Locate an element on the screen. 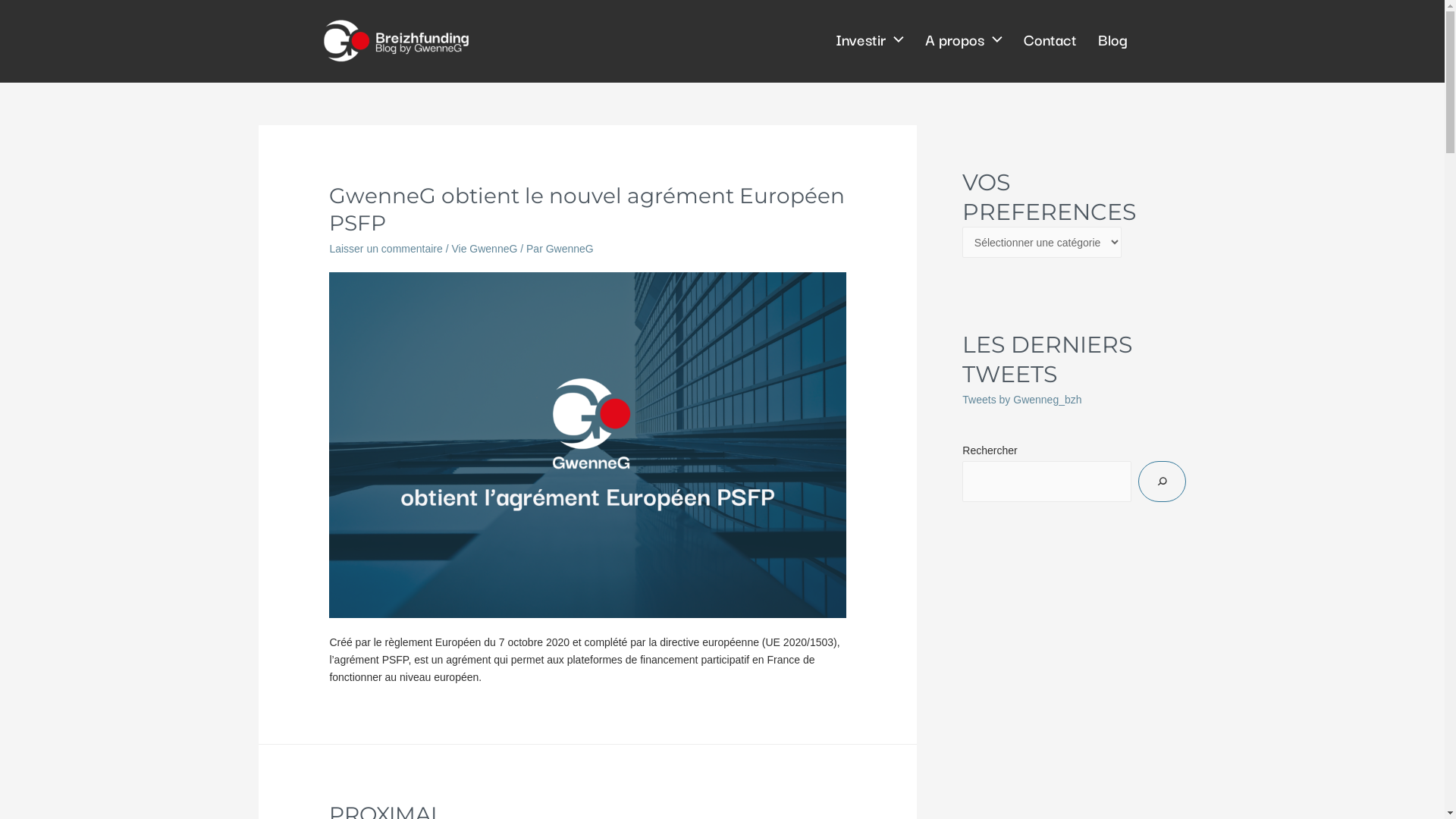  'GwenneG' is located at coordinates (569, 247).